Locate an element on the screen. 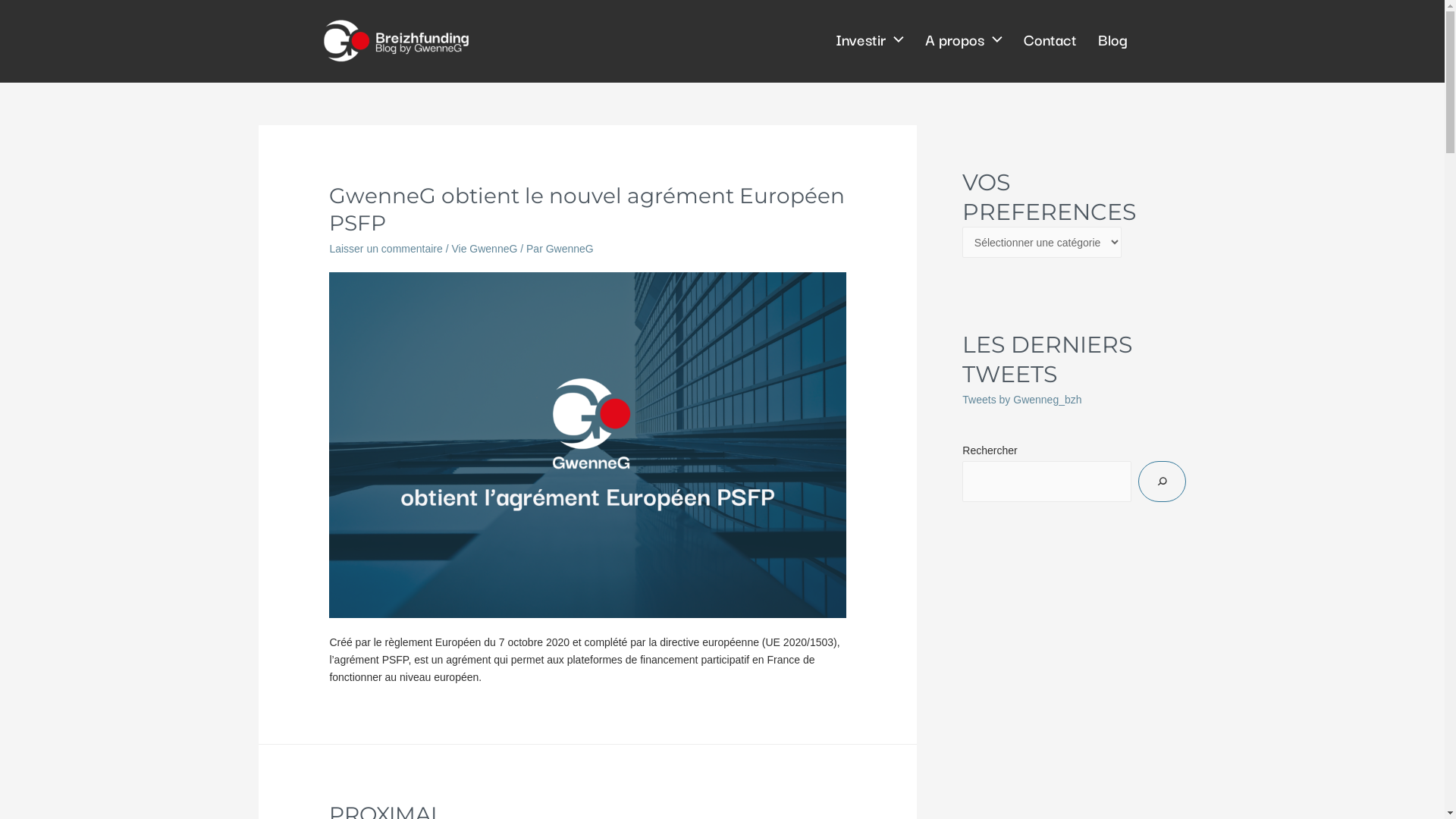  'GwenneG' is located at coordinates (569, 247).